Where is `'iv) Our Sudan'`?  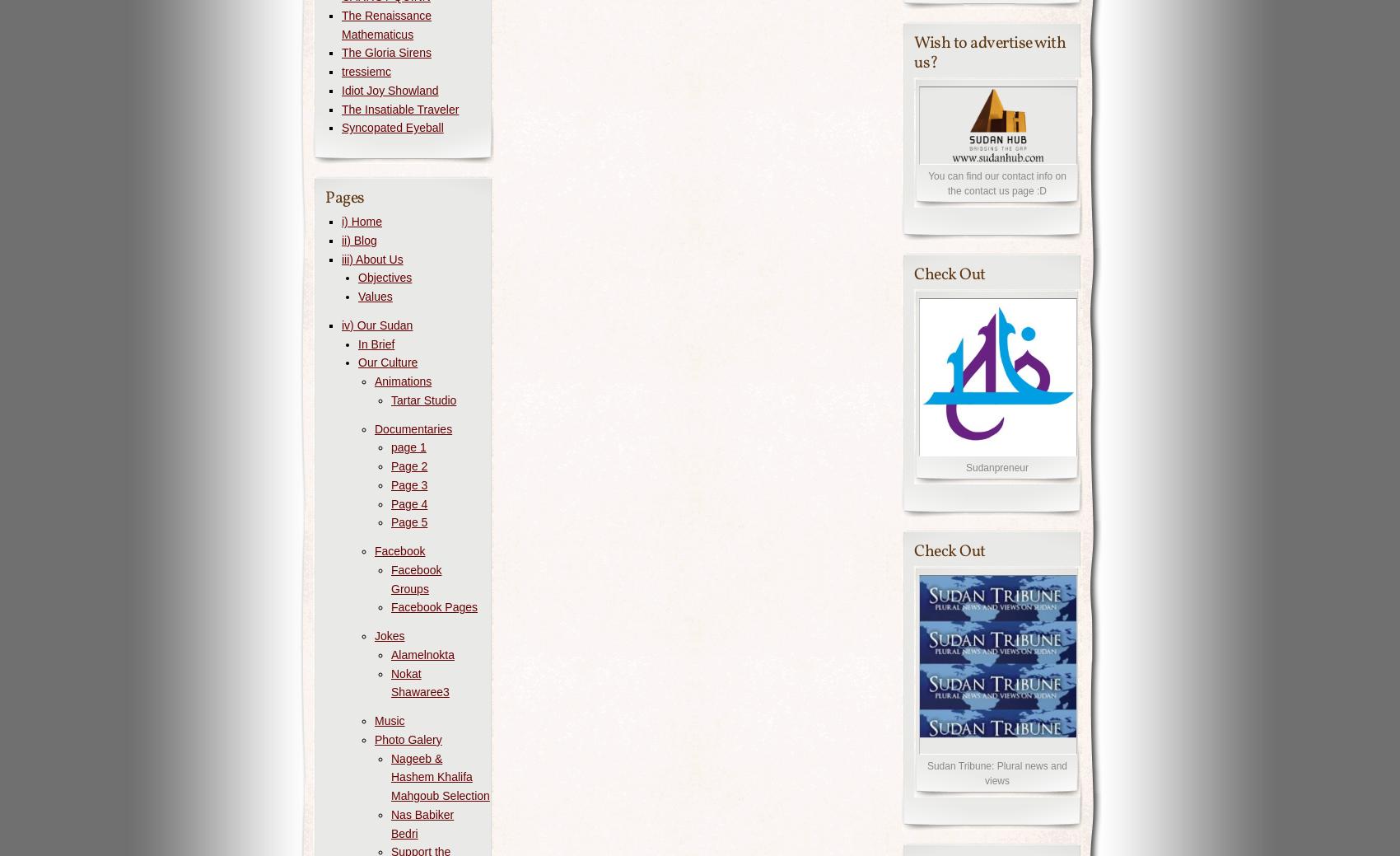
'iv) Our Sudan' is located at coordinates (376, 323).